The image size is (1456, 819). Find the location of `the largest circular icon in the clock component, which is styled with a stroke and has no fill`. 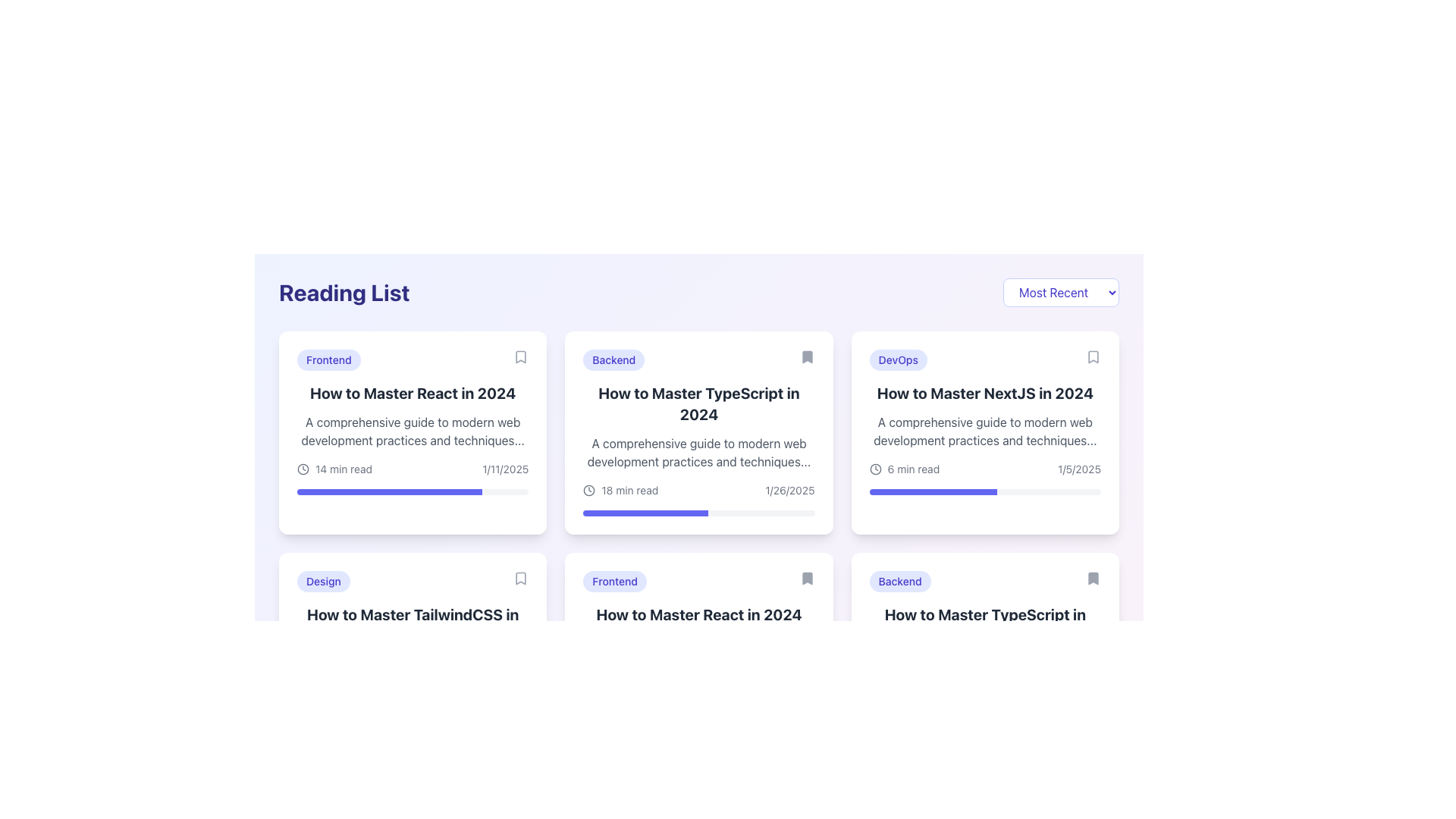

the largest circular icon in the clock component, which is styled with a stroke and has no fill is located at coordinates (303, 468).